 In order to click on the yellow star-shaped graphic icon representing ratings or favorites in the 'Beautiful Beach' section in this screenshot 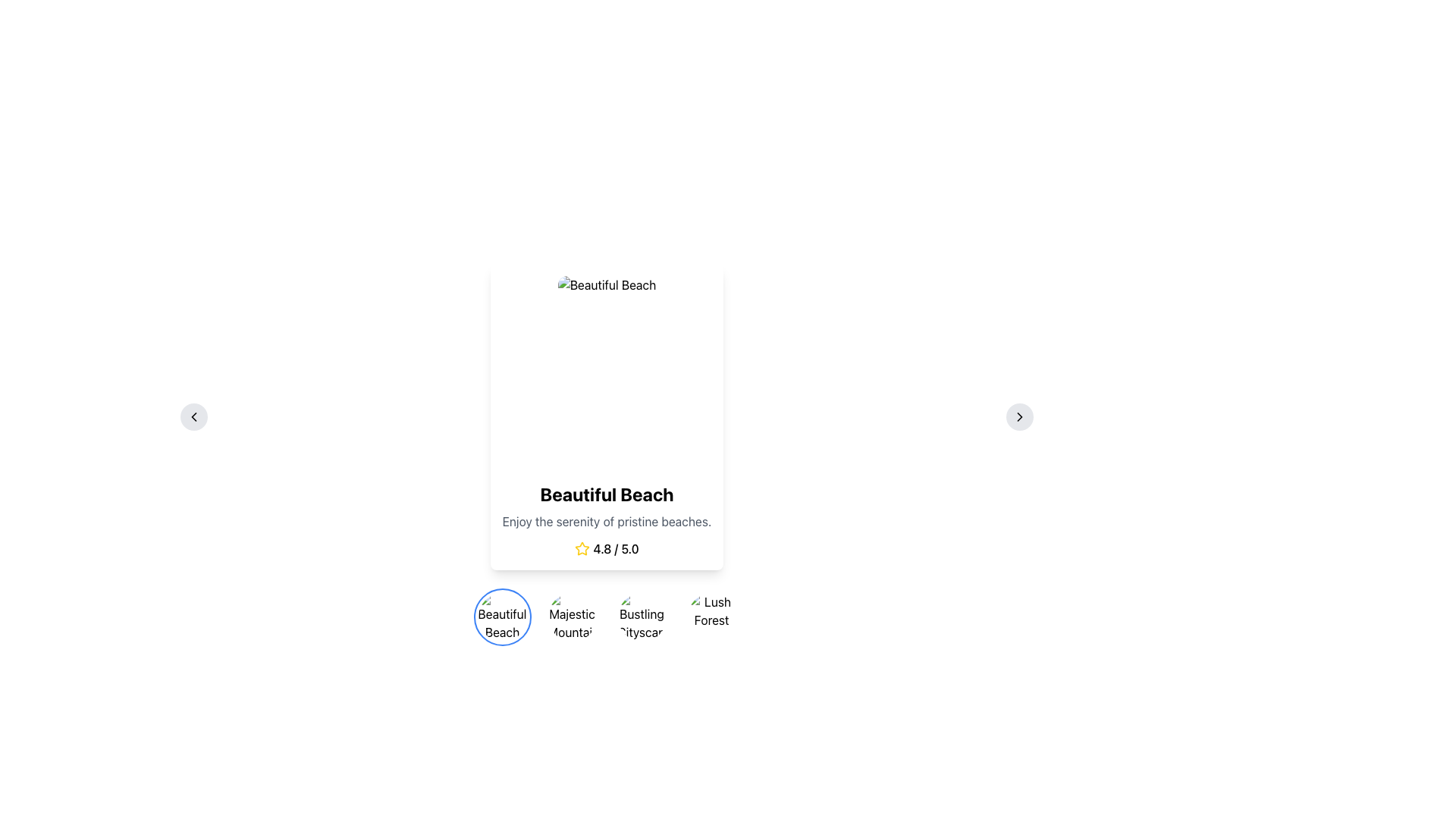, I will do `click(582, 548)`.